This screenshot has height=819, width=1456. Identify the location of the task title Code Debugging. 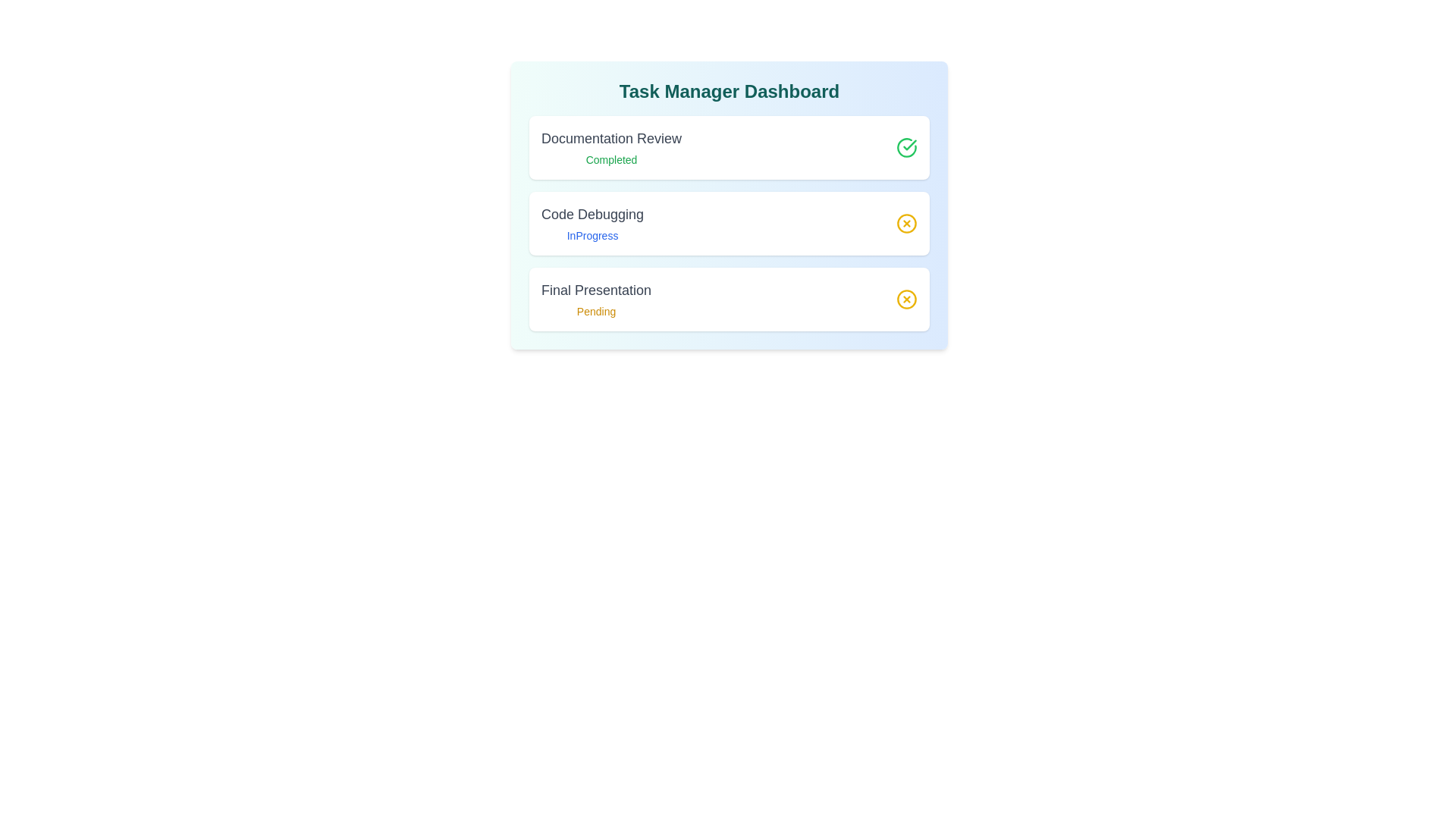
(591, 214).